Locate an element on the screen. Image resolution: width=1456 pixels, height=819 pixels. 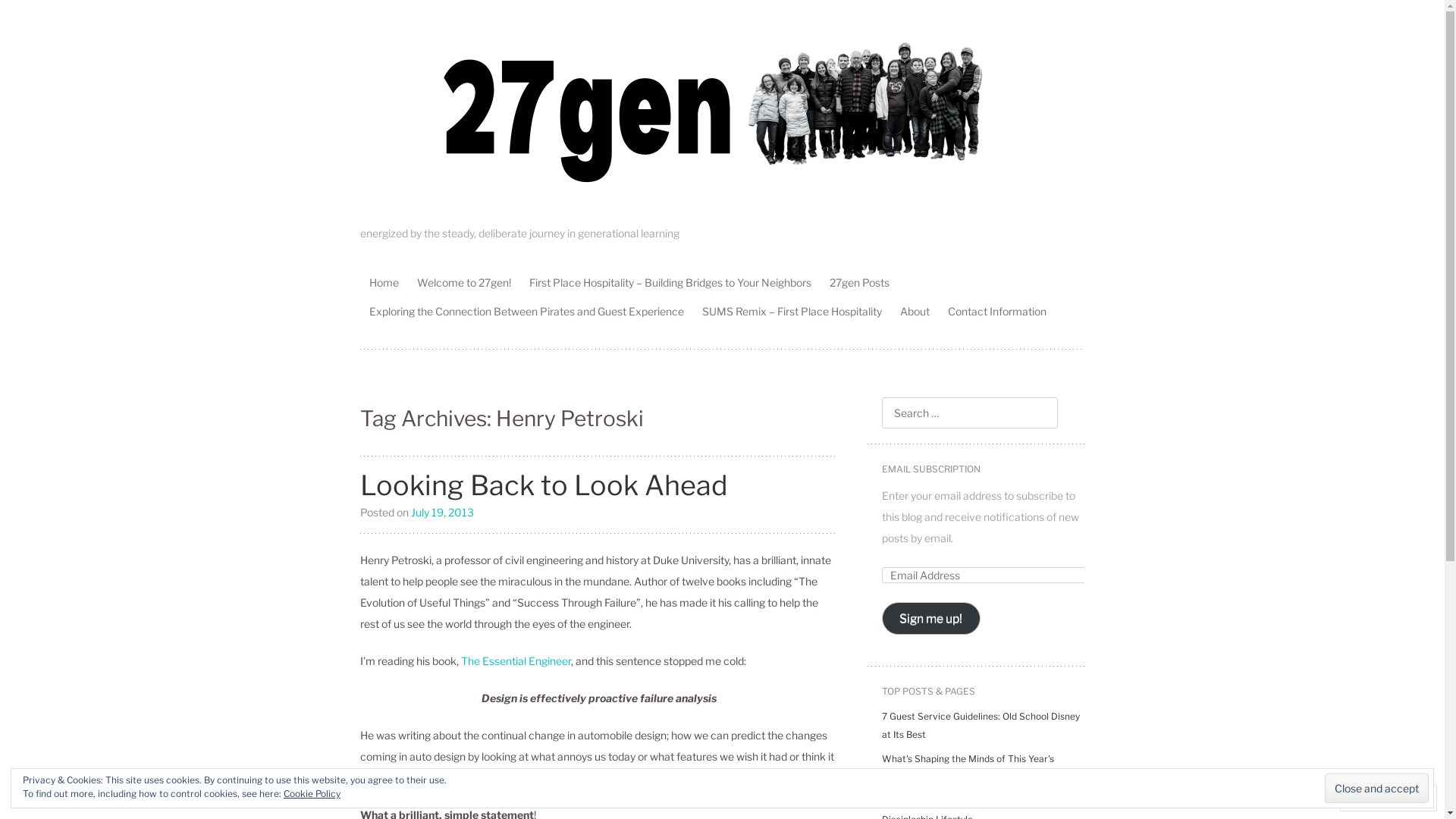
'About' is located at coordinates (914, 309).